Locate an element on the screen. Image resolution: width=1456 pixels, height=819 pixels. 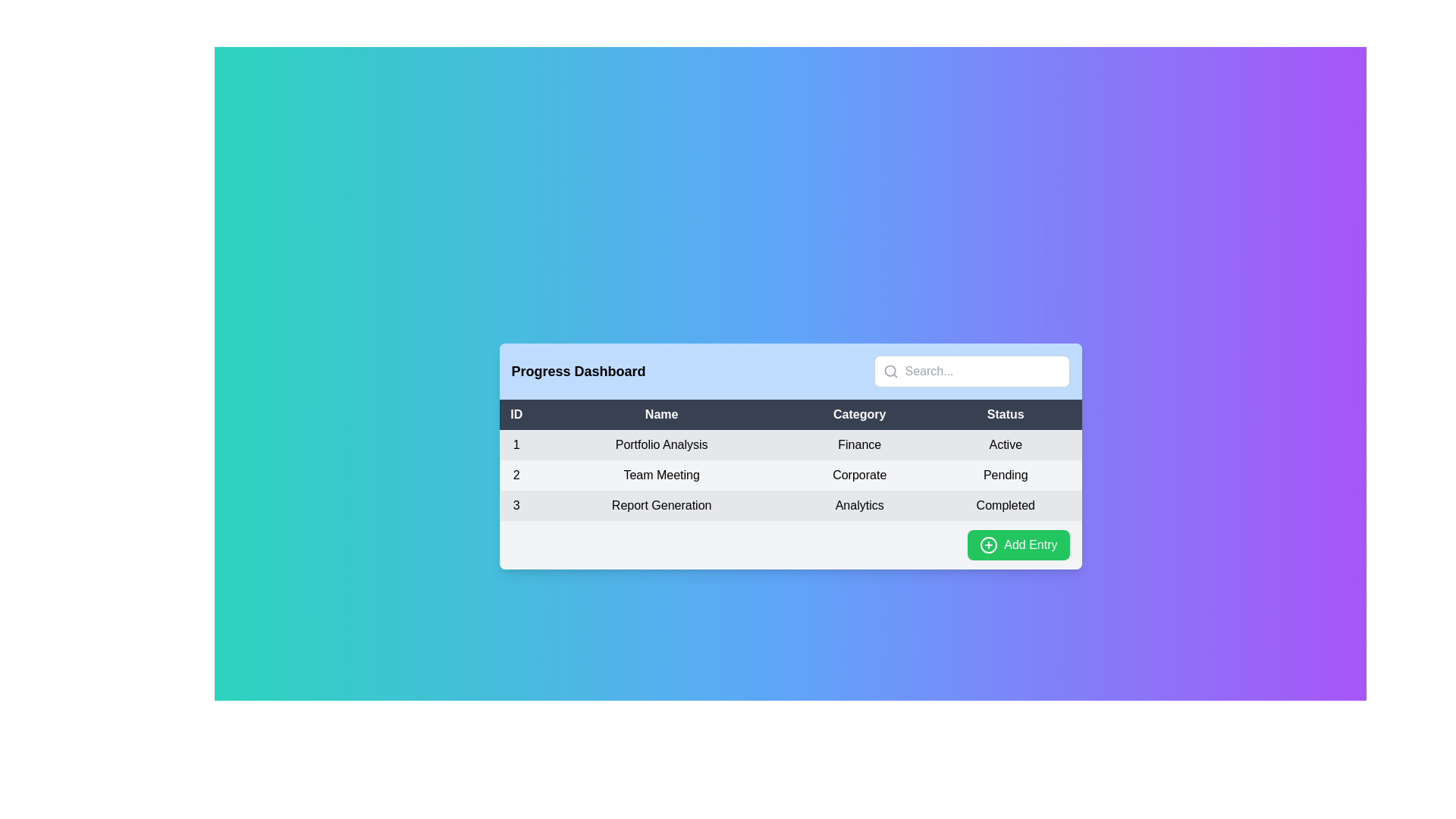
the text label that identifies the second row in the table labeled '2', which serves as a reference for the user is located at coordinates (516, 475).